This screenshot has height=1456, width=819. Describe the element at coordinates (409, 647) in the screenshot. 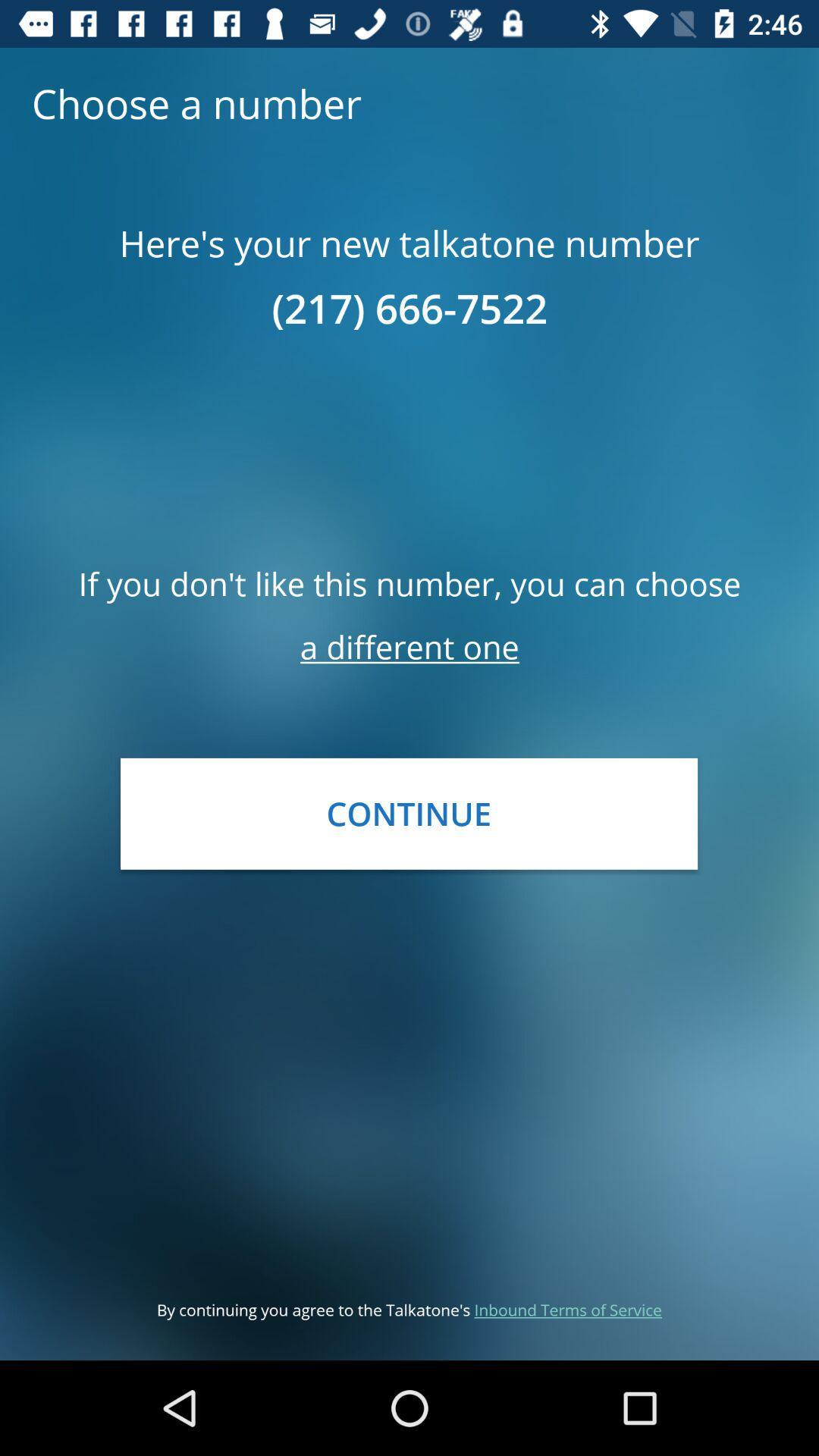

I see `item above continue item` at that location.